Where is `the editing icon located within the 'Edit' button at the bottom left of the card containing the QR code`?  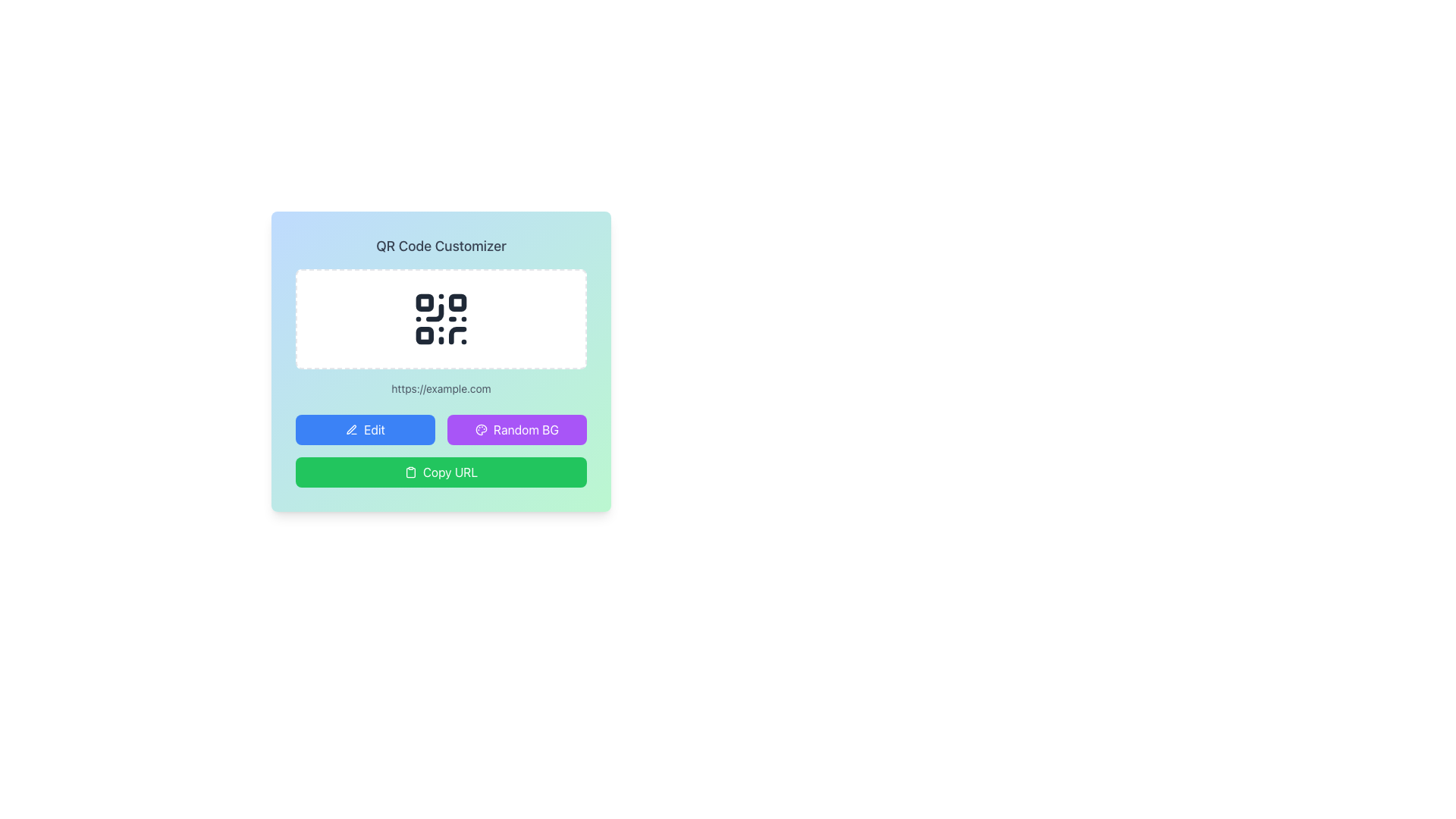 the editing icon located within the 'Edit' button at the bottom left of the card containing the QR code is located at coordinates (351, 430).